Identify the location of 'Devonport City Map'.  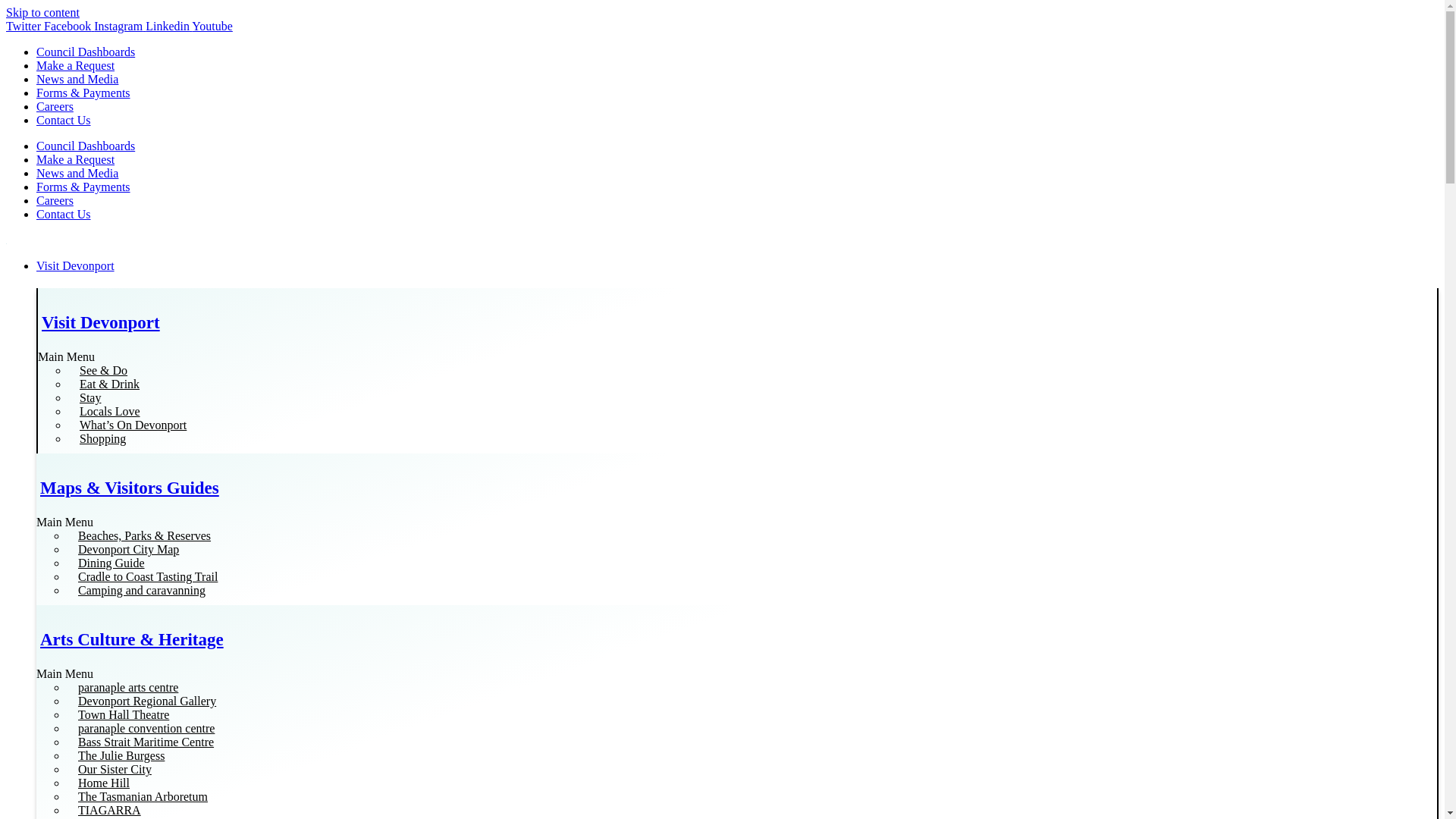
(128, 549).